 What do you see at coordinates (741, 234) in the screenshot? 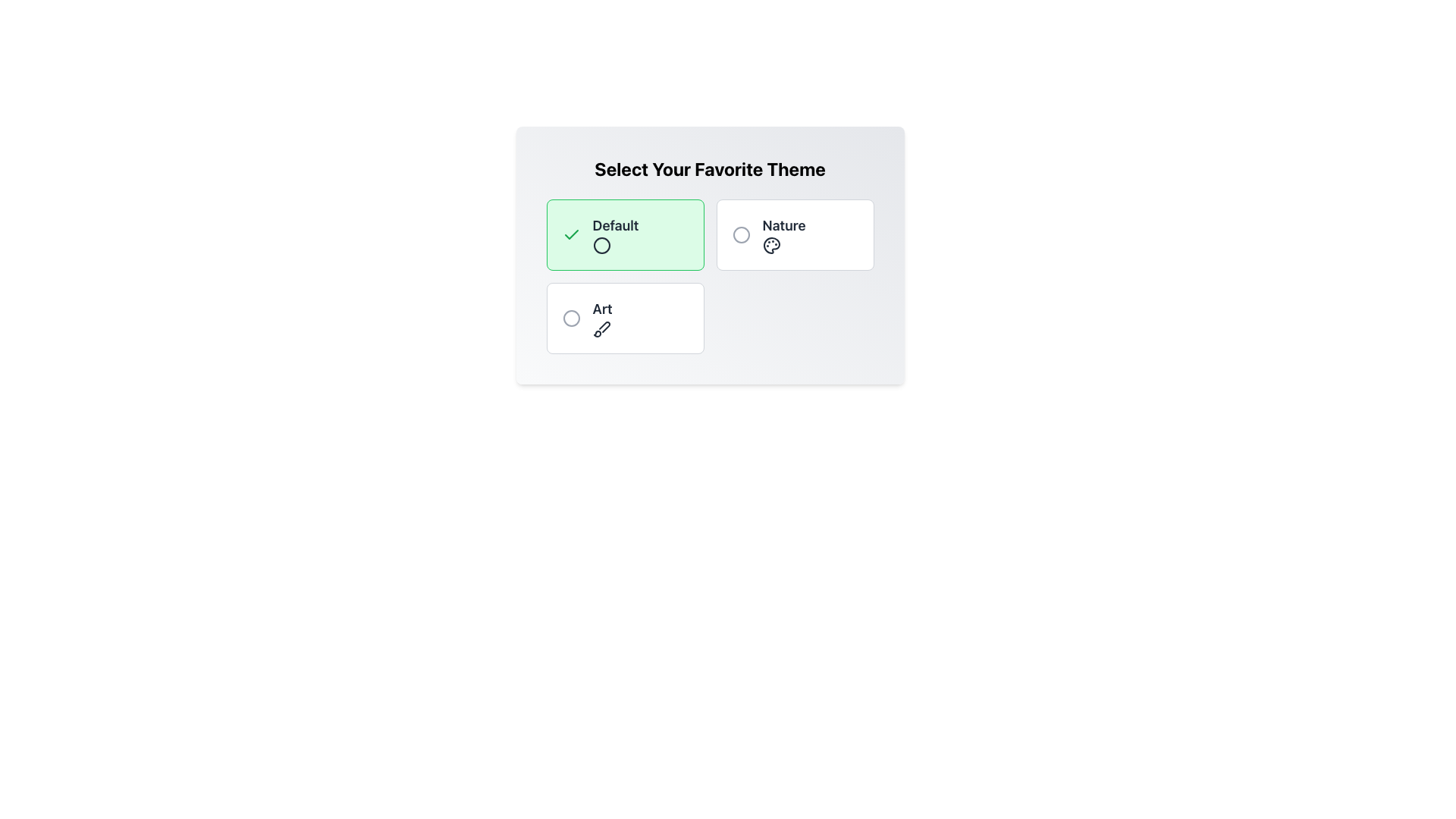
I see `the circular icon with a gray border located next to the 'Nature' text in the card-like structure` at bounding box center [741, 234].